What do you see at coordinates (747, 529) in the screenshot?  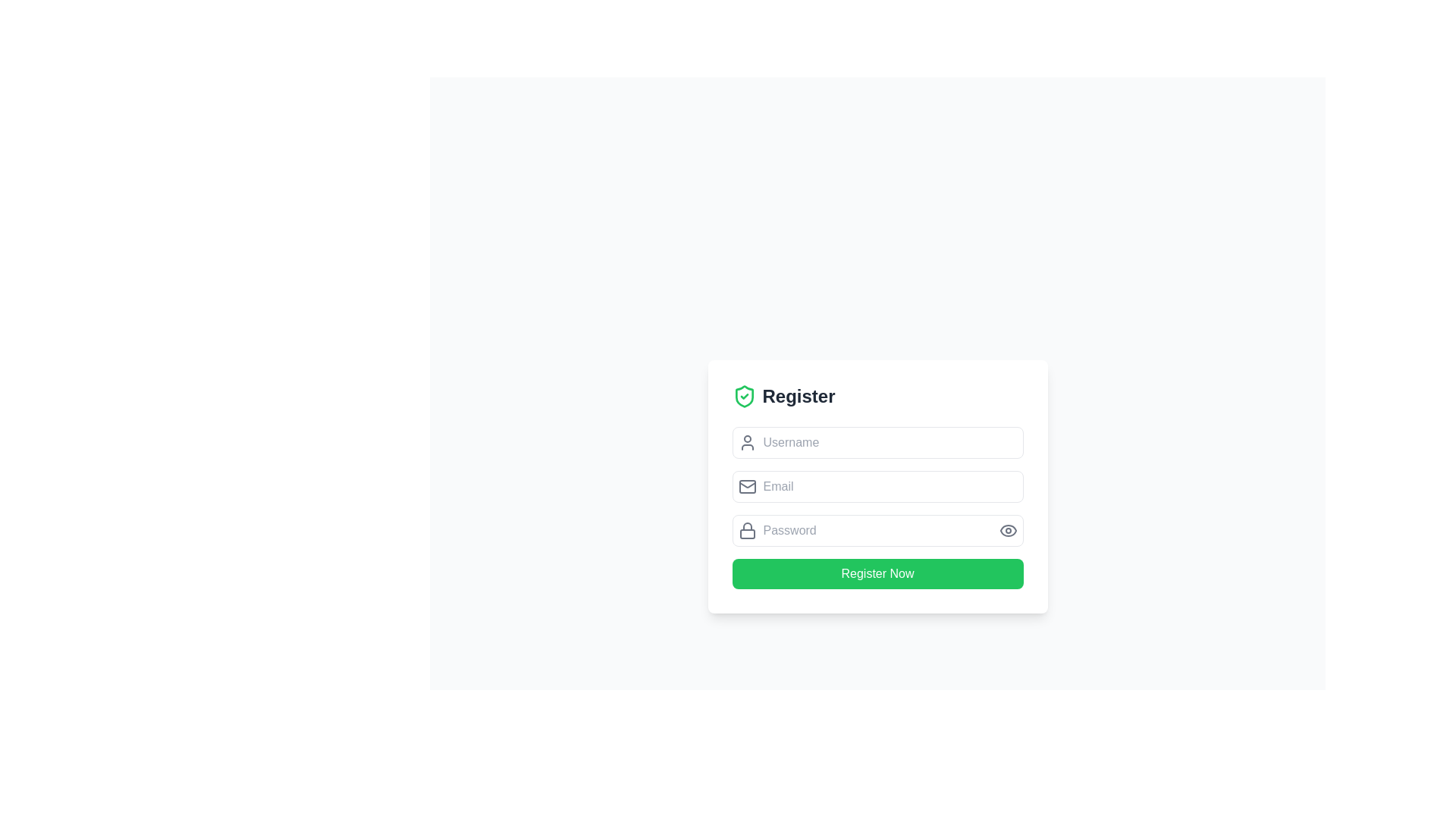 I see `the lock icon located within the password input field, which is styled with a simple outline design and positioned to the left of the placeholder text` at bounding box center [747, 529].